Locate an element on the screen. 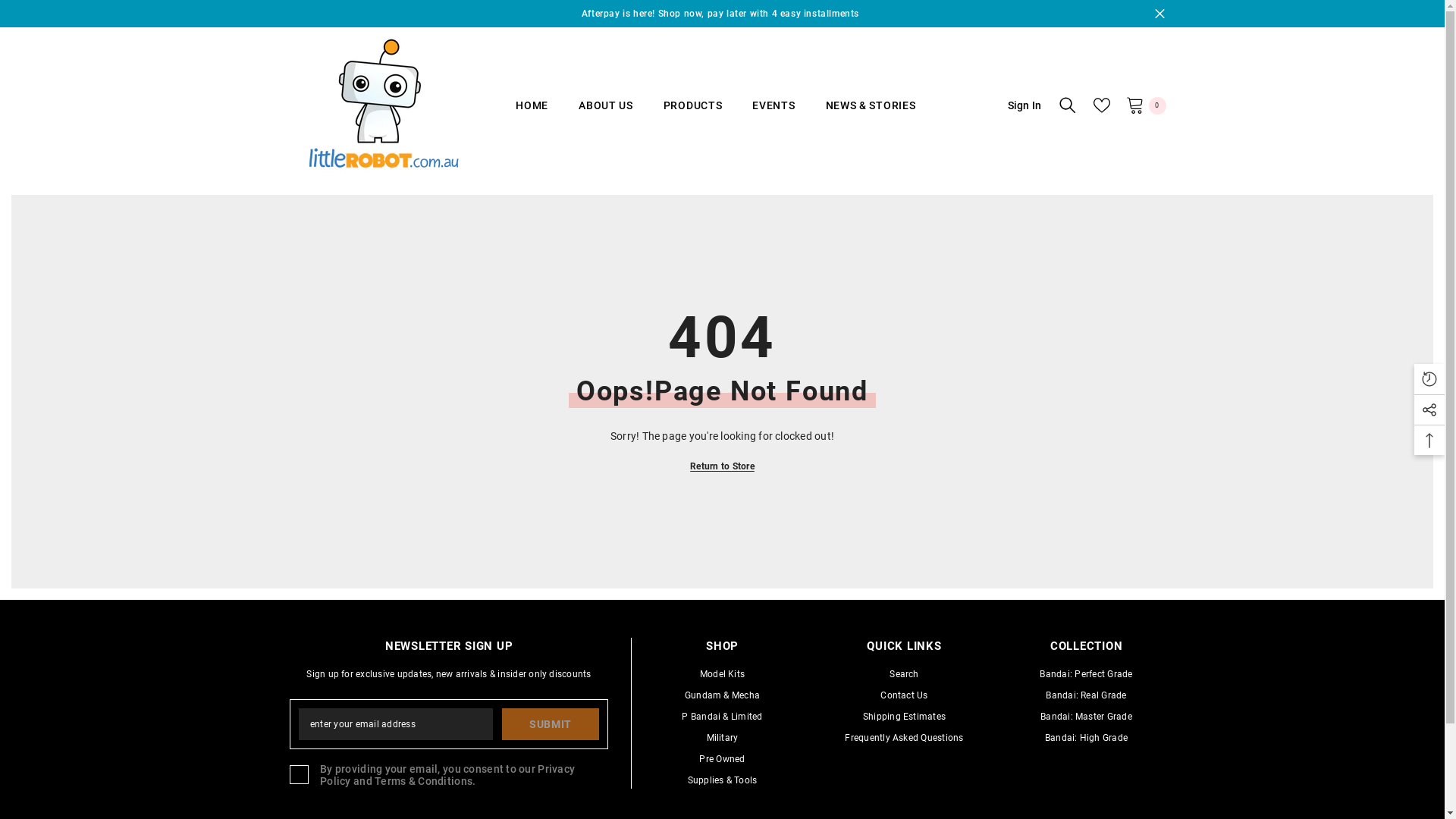 This screenshot has width=1456, height=819. 'Bandai: High Grade' is located at coordinates (1085, 736).